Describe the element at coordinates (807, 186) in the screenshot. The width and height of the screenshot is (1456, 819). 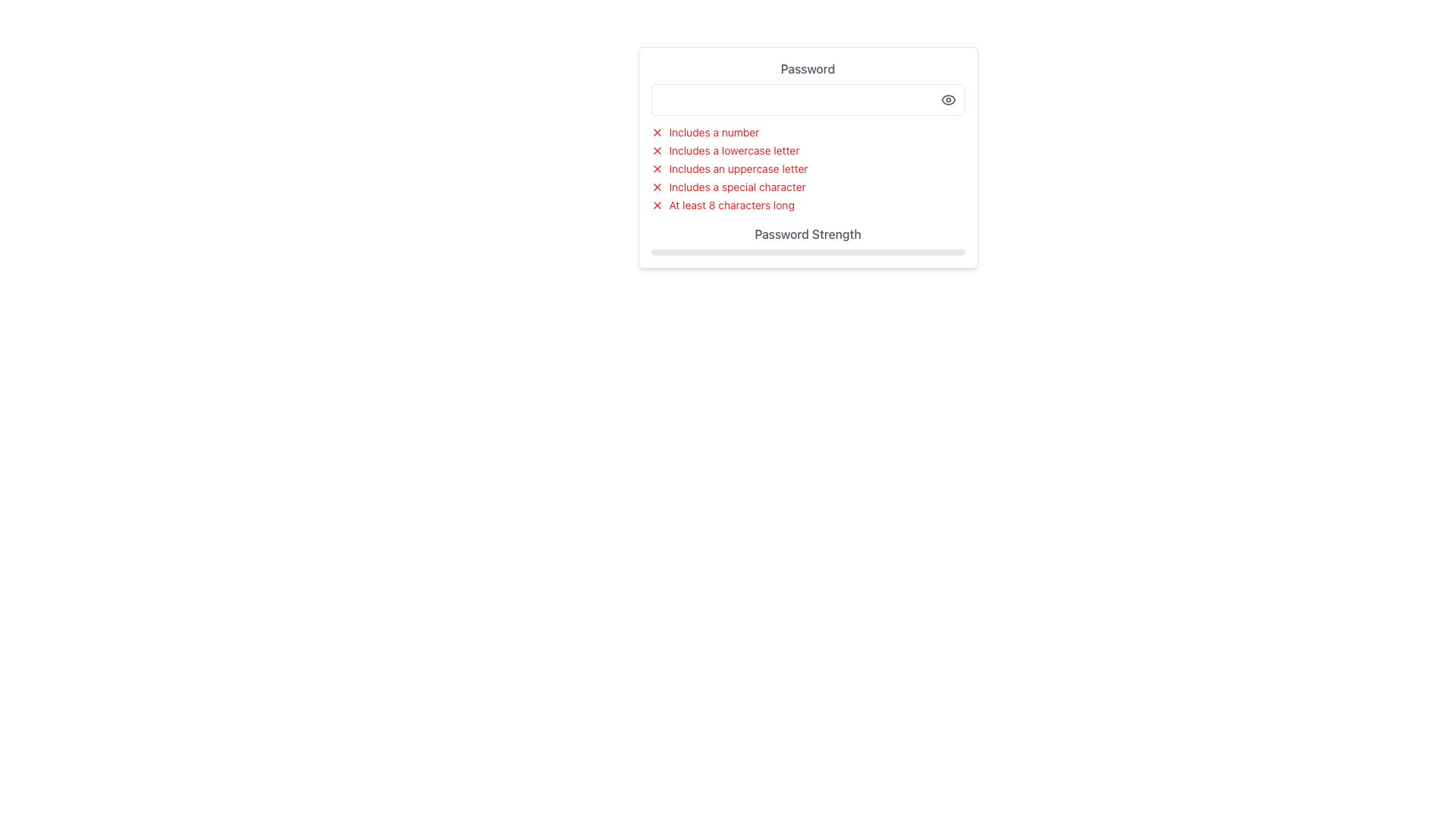
I see `the fourth validation message in the list that displays 'Includes a special character' for additional information` at that location.